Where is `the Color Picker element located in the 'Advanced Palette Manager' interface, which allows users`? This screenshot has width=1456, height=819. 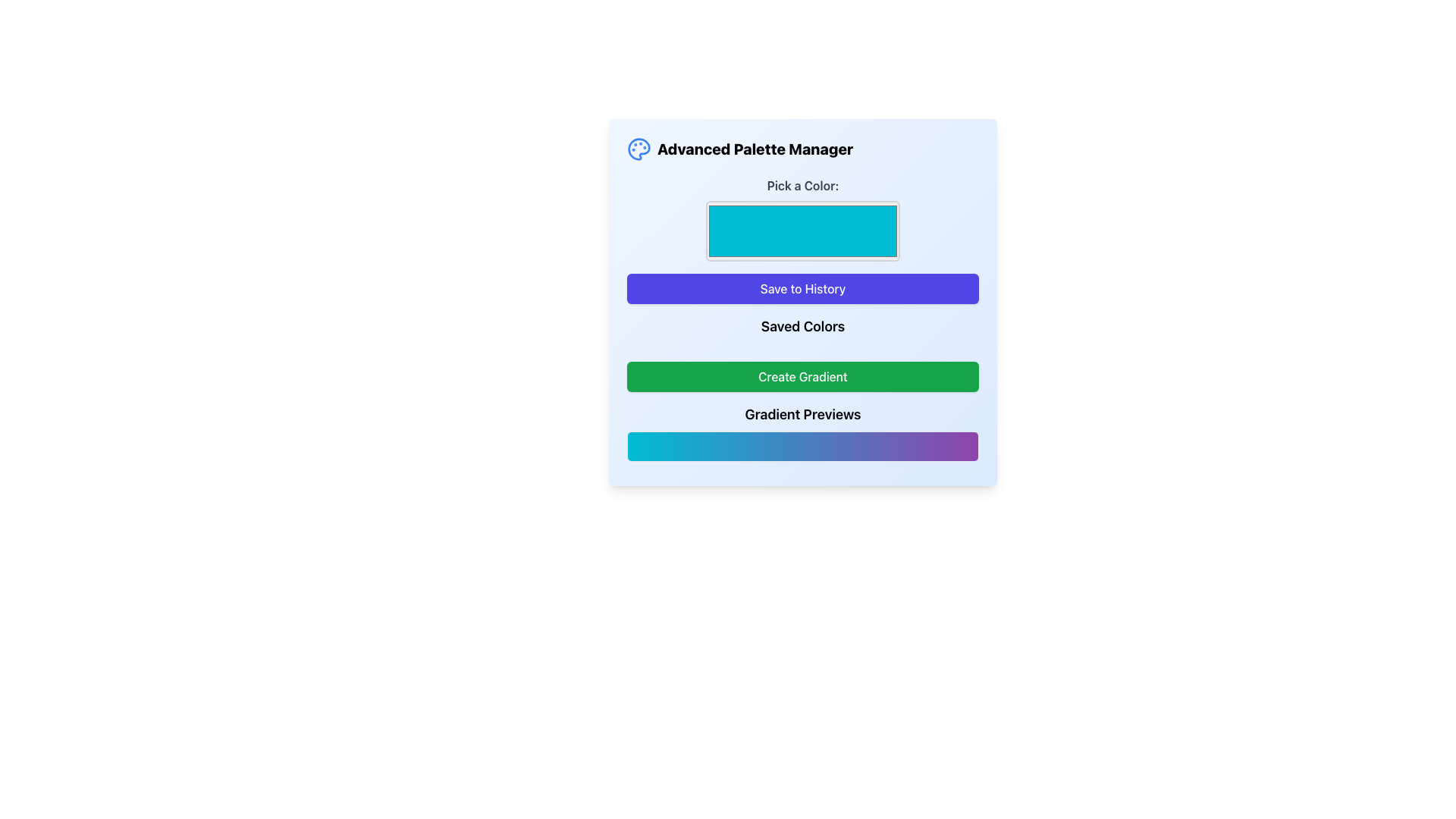 the Color Picker element located in the 'Advanced Palette Manager' interface, which allows users is located at coordinates (802, 219).